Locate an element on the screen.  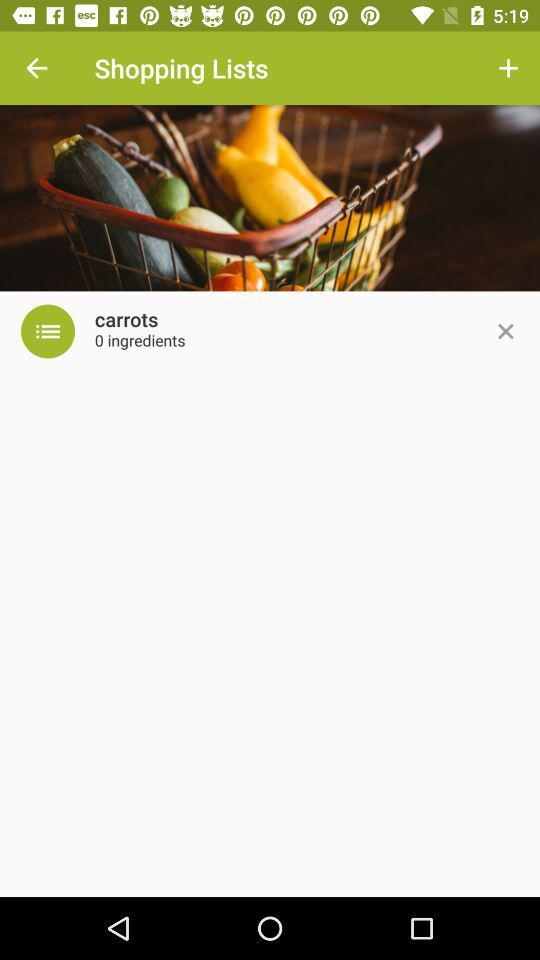
the icon above 0 ingredients is located at coordinates (126, 320).